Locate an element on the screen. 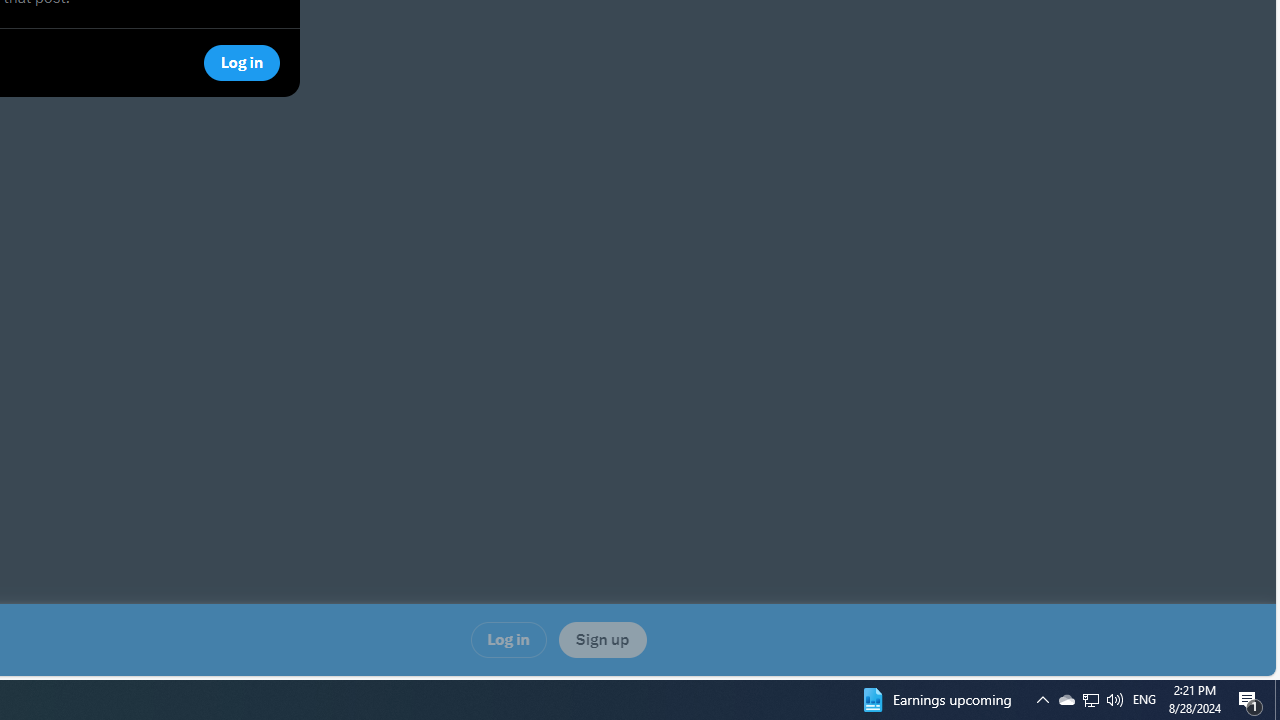 The image size is (1280, 720). 'Sign up' is located at coordinates (601, 640).